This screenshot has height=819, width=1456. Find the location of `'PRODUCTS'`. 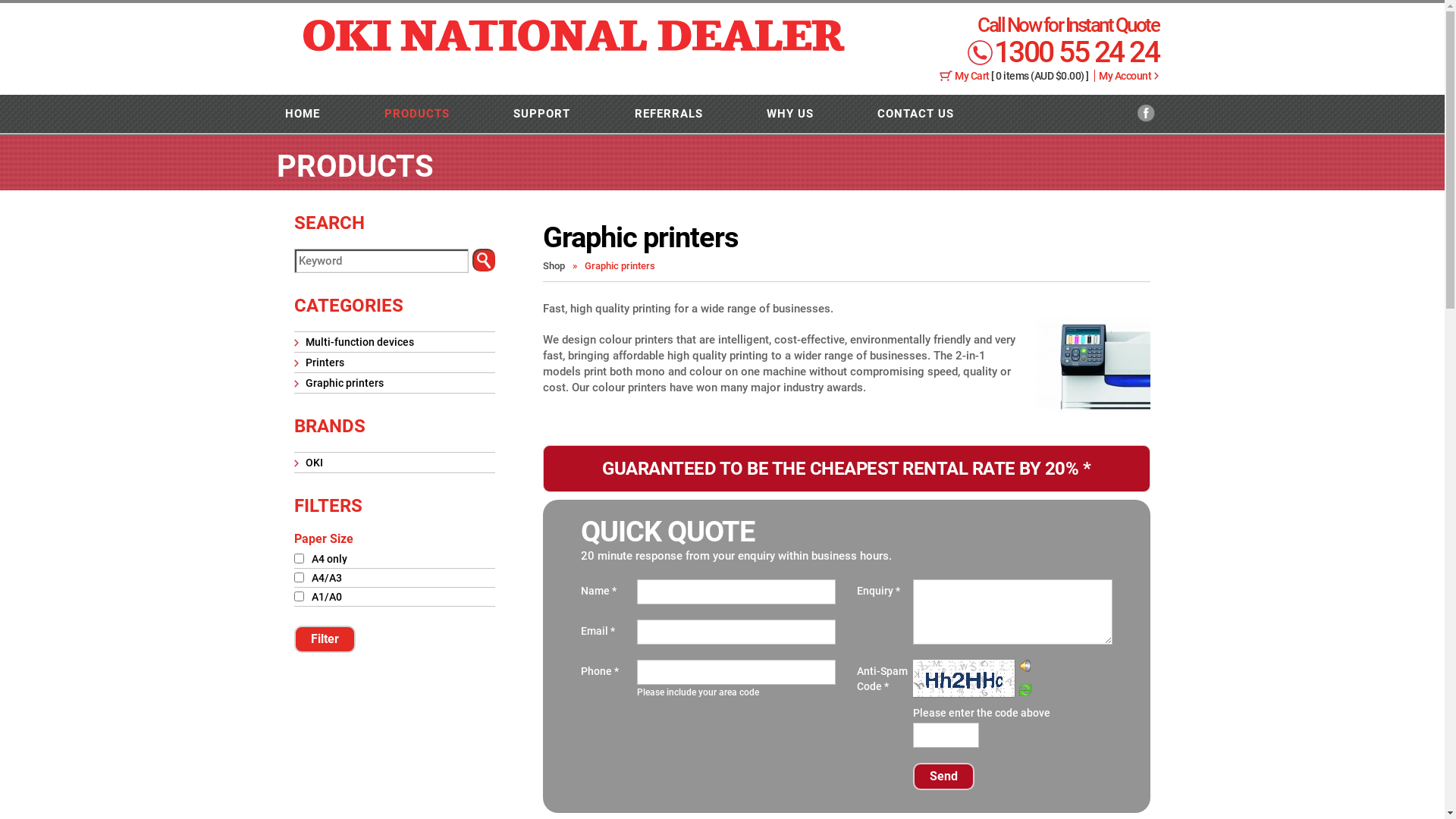

'PRODUCTS' is located at coordinates (417, 113).